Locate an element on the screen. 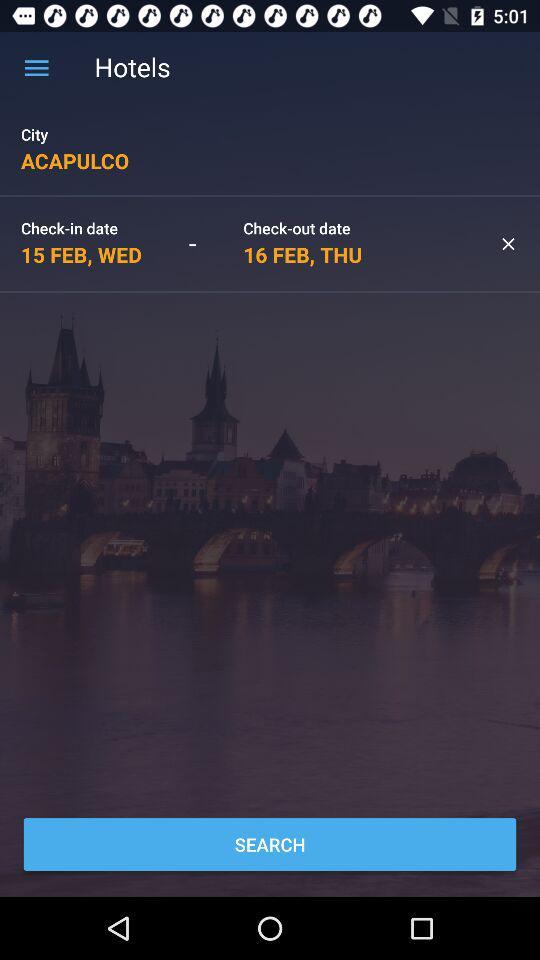 The width and height of the screenshot is (540, 960). the close icon is located at coordinates (508, 260).